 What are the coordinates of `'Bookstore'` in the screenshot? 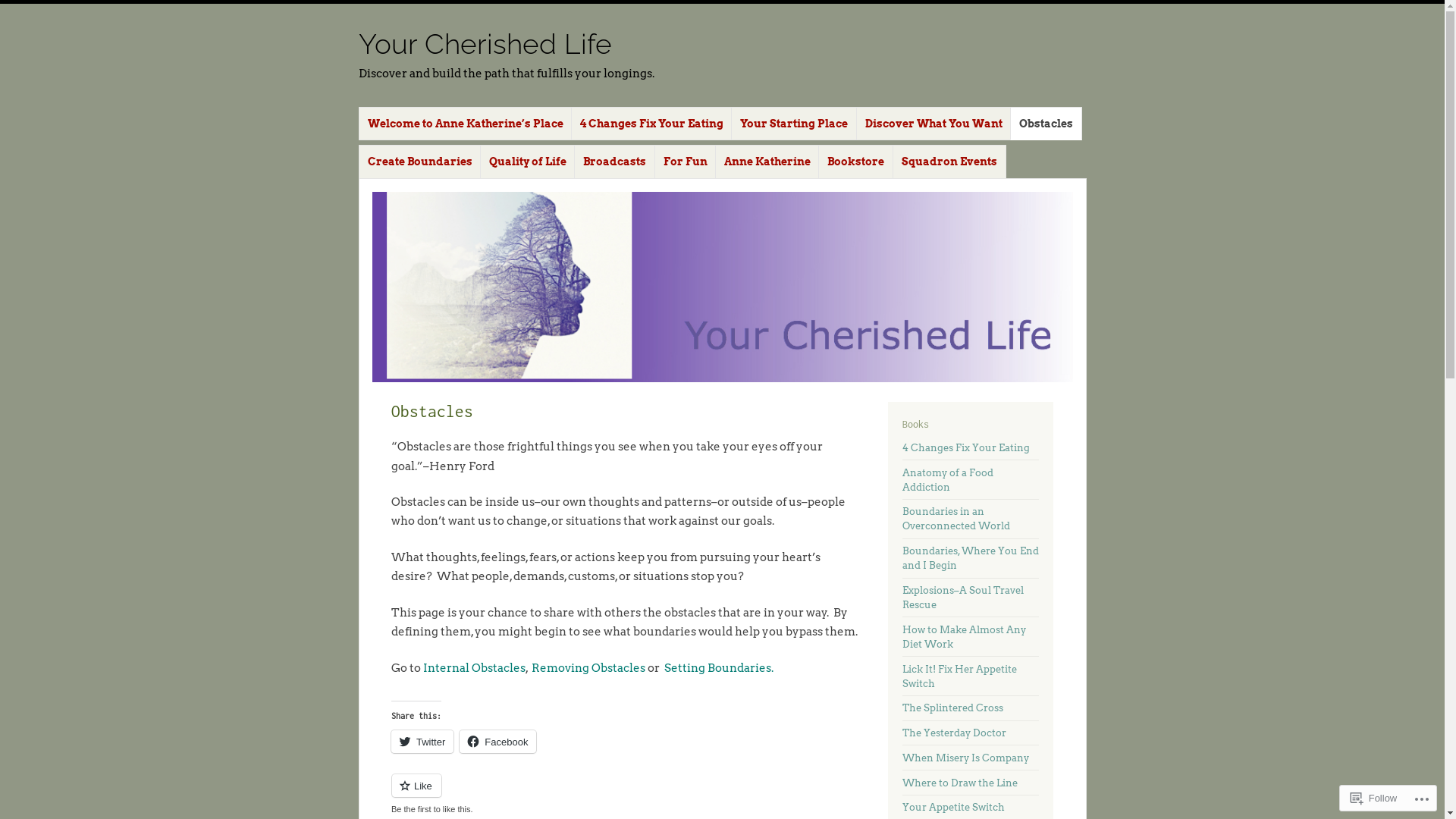 It's located at (855, 162).